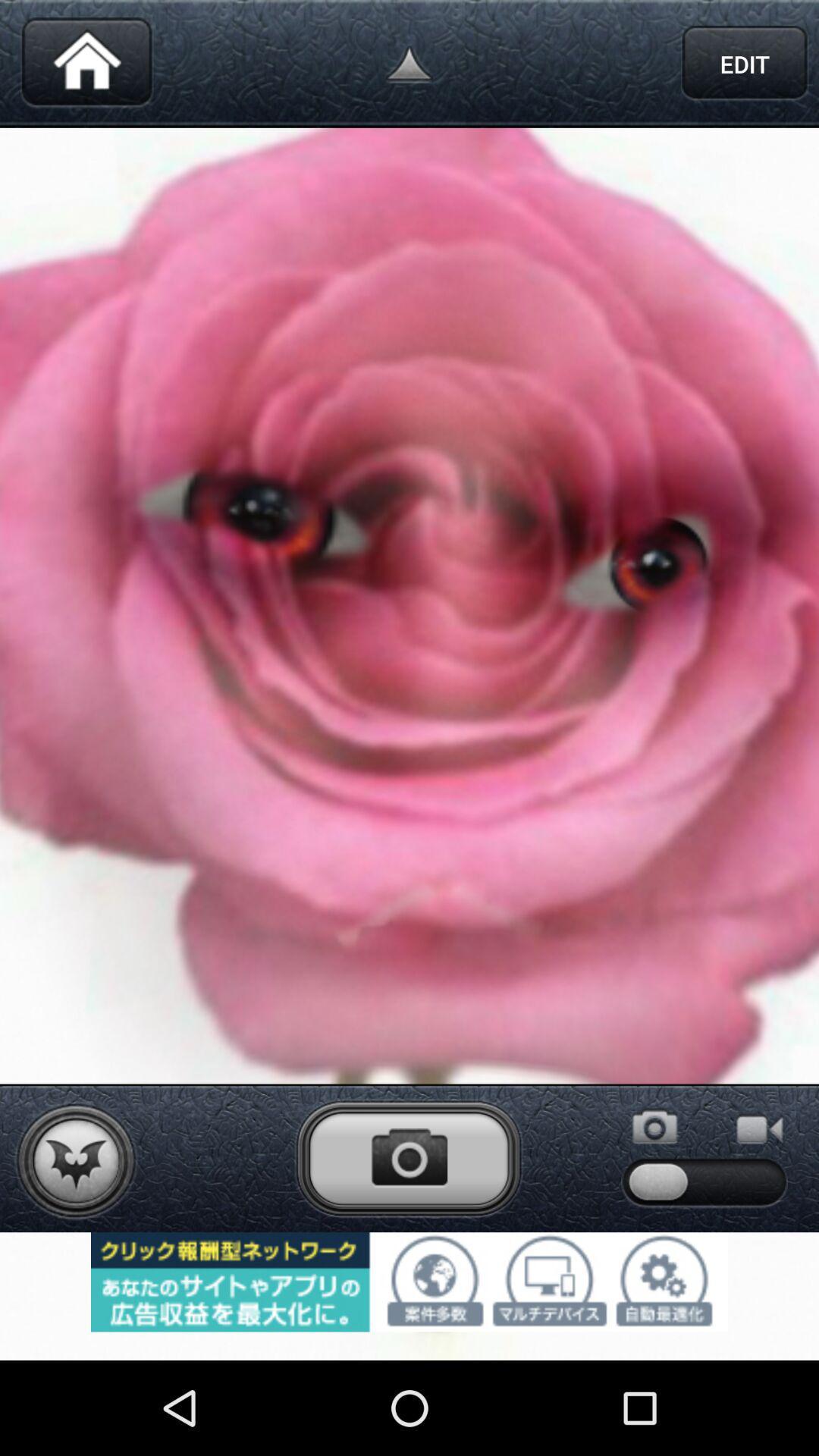 The height and width of the screenshot is (1456, 819). Describe the element at coordinates (86, 63) in the screenshot. I see `go home` at that location.